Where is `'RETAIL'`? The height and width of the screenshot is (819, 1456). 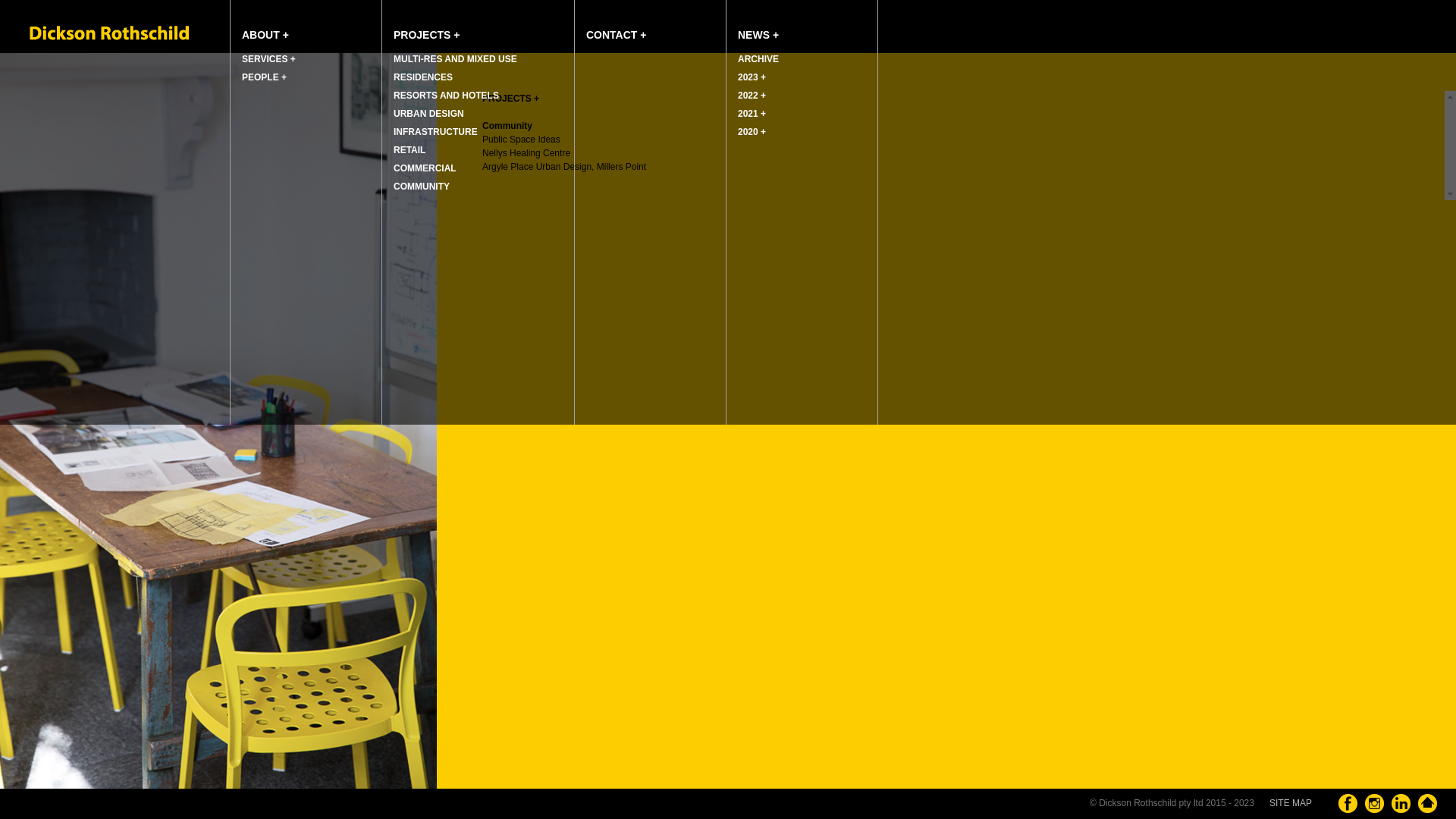 'RETAIL' is located at coordinates (477, 149).